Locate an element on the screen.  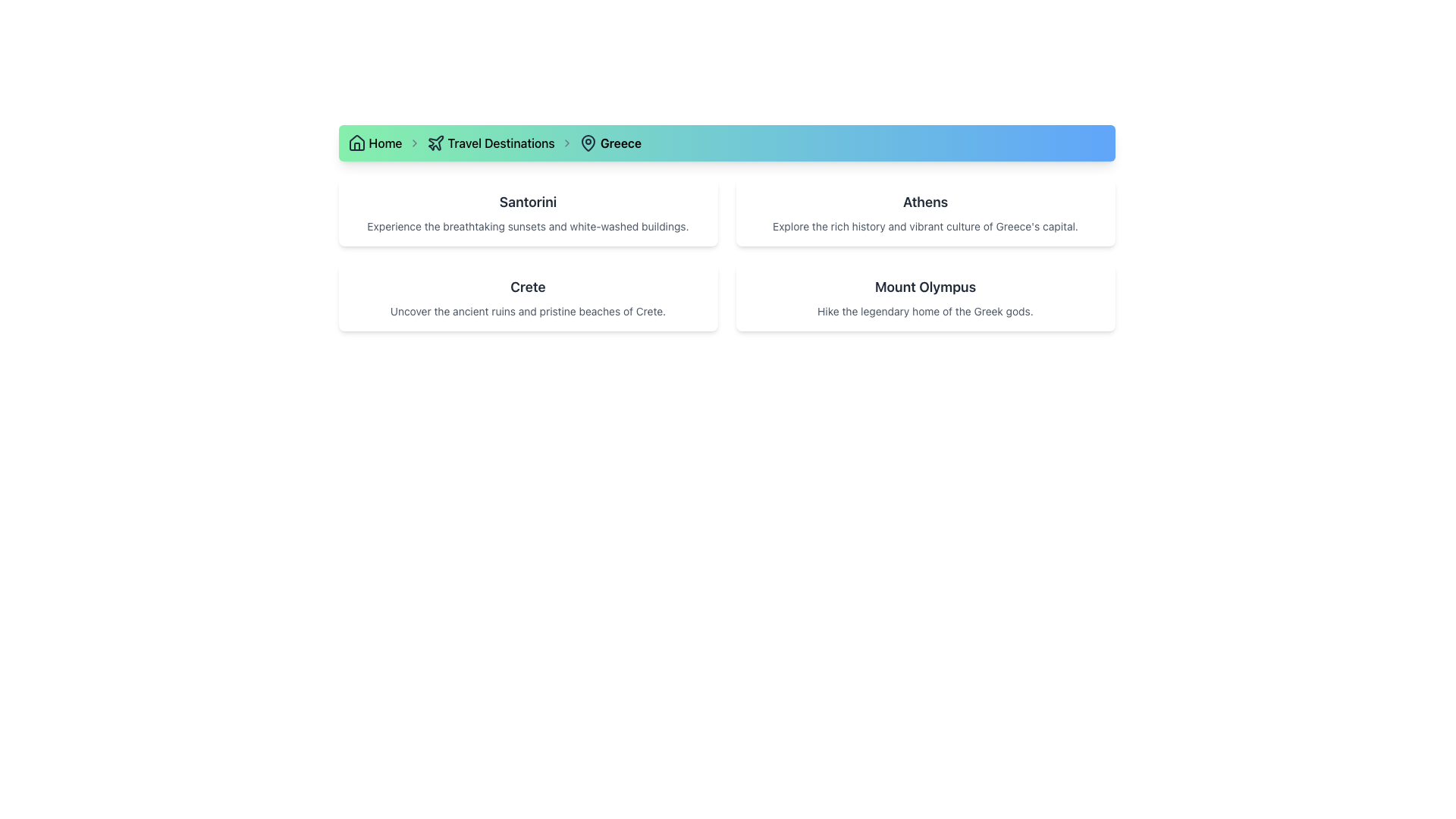
the informative card representing Crete, which is the third card in a 2x2 grid layout, located in the first column of the second row, under the 'Santorini' card and to the left of the 'Mount Olympus' card is located at coordinates (528, 298).